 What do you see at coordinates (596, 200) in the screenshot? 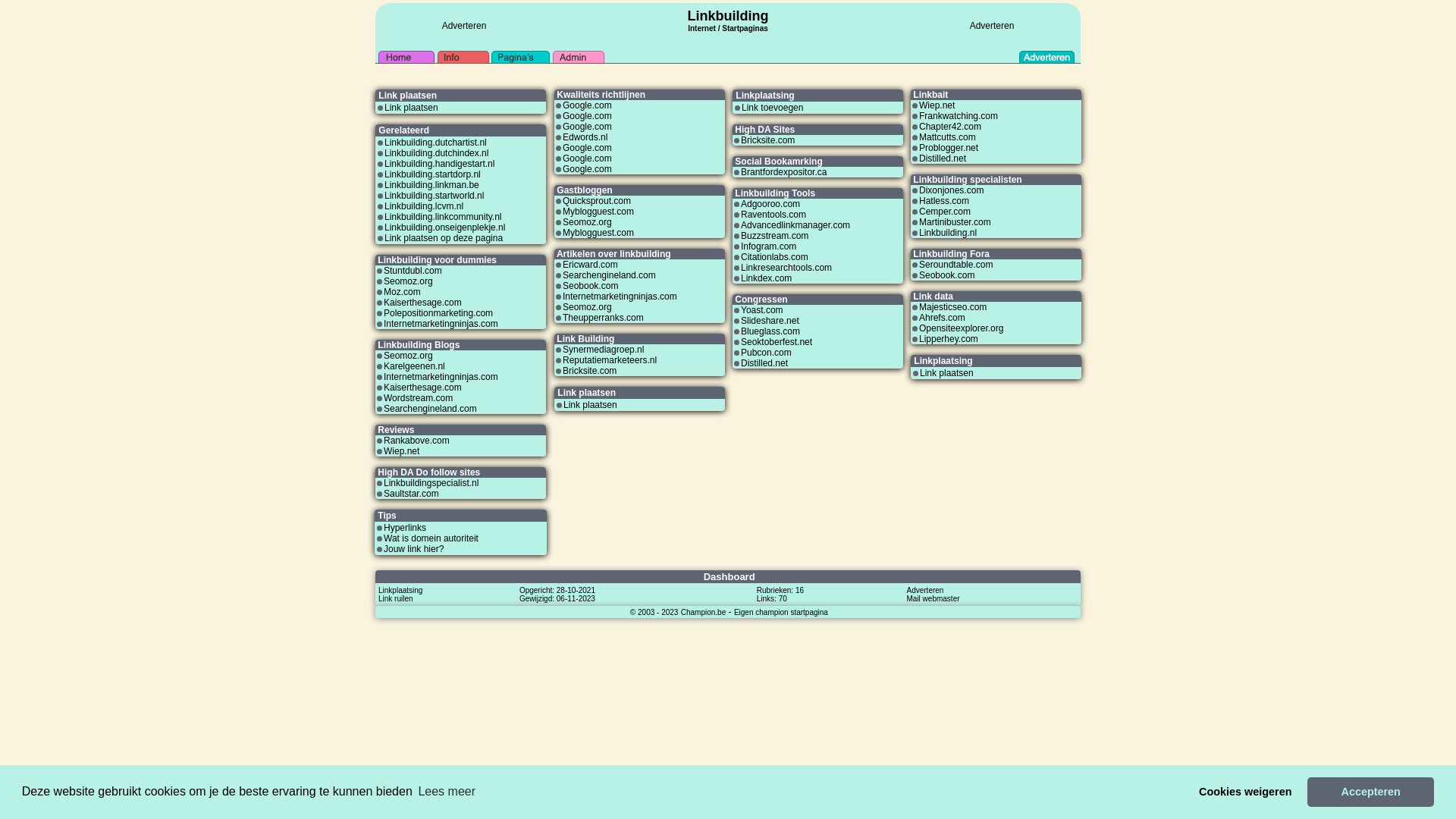
I see `'Quicksprout.com'` at bounding box center [596, 200].